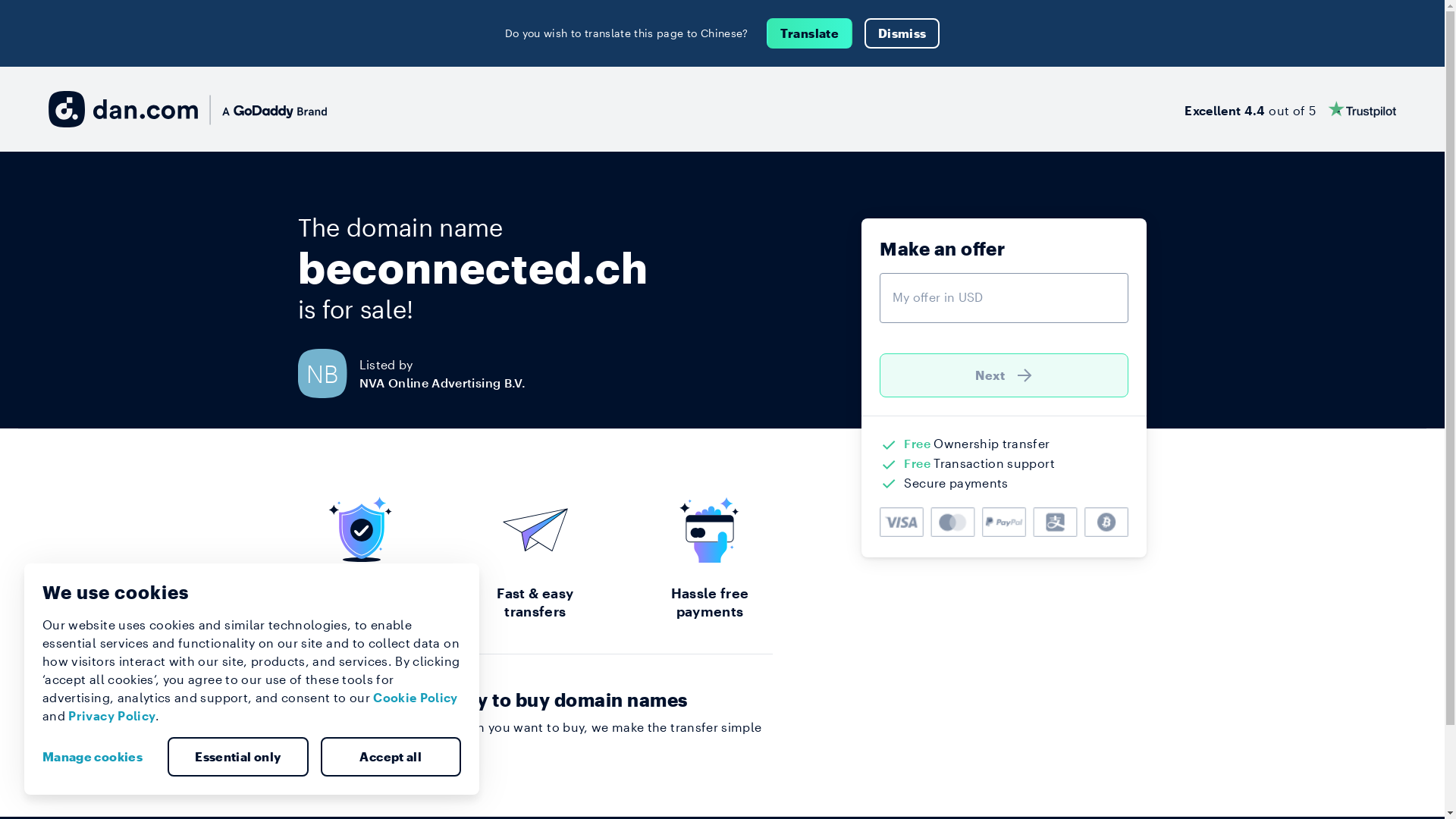 Image resolution: width=1456 pixels, height=819 pixels. What do you see at coordinates (390, 757) in the screenshot?
I see `'Accept all'` at bounding box center [390, 757].